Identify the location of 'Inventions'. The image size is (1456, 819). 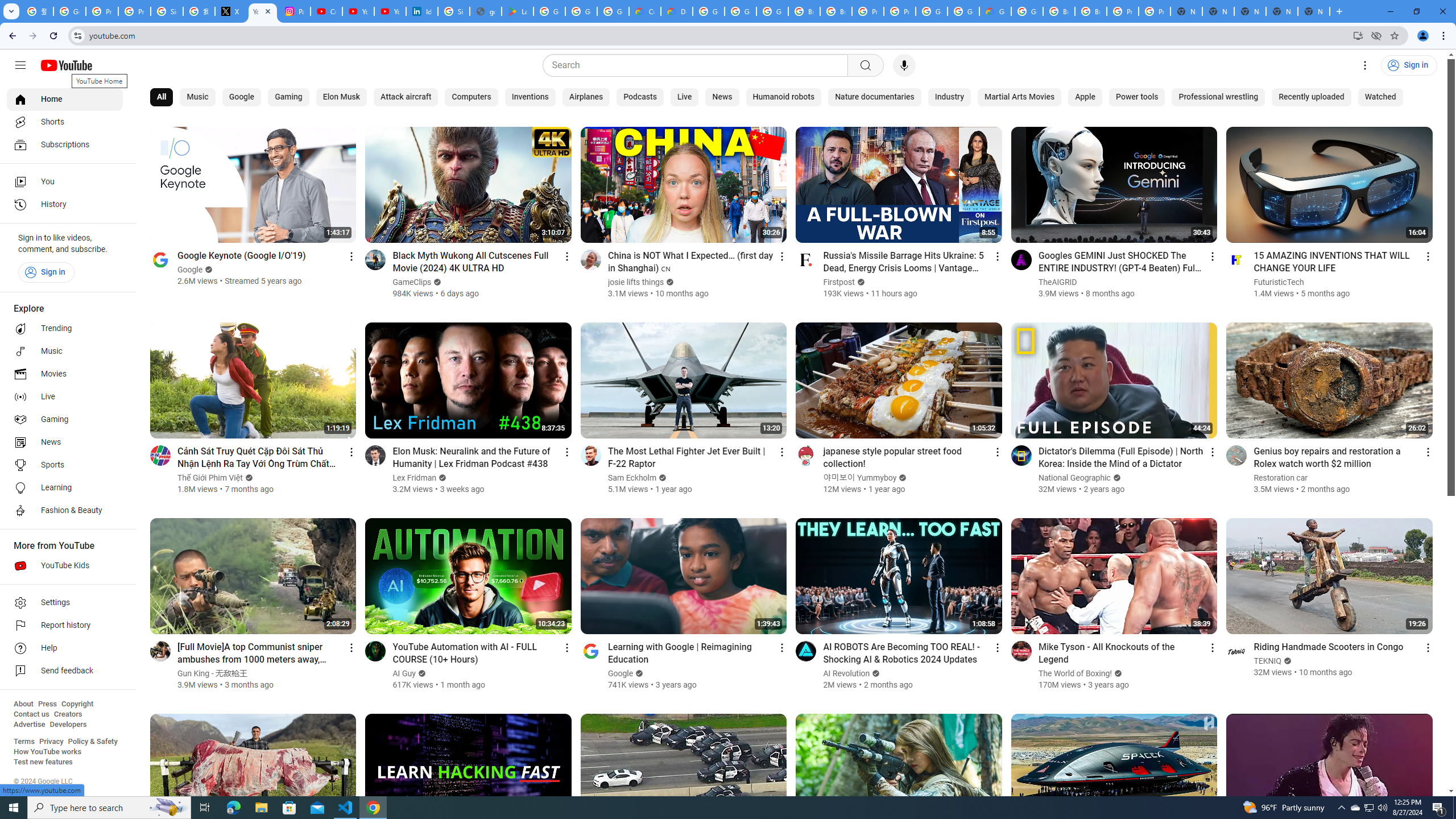
(529, 97).